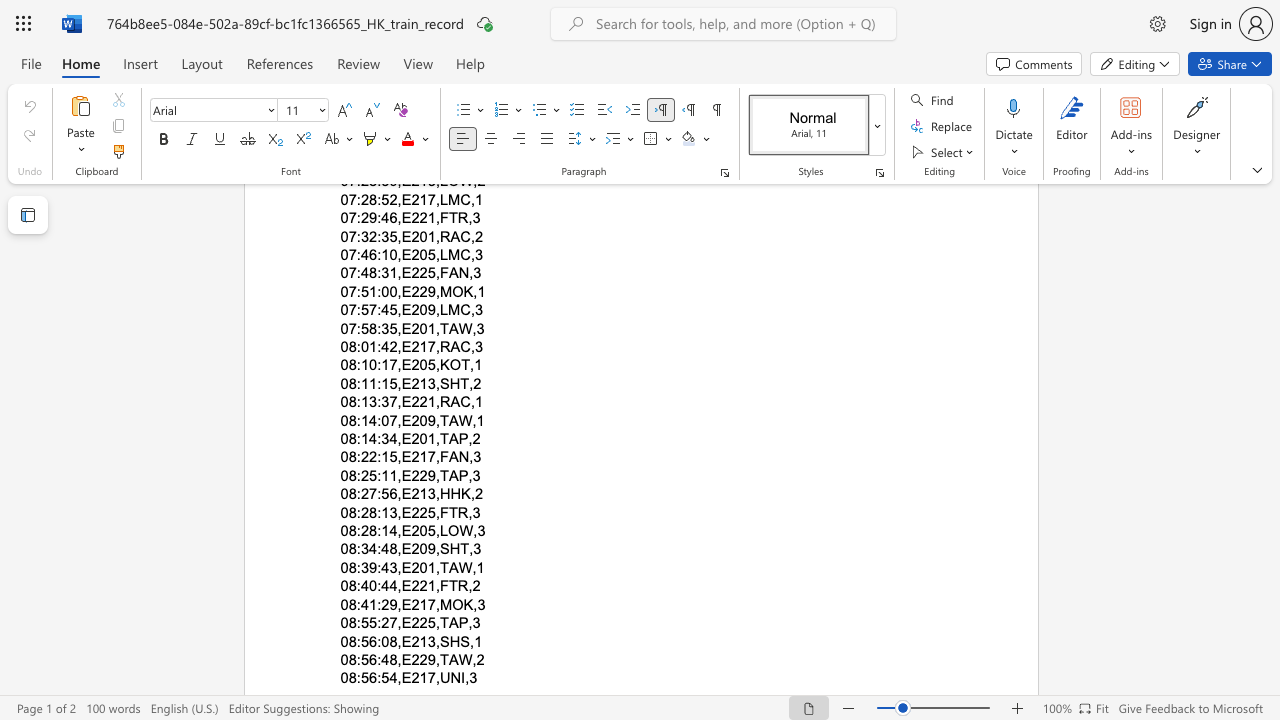  Describe the element at coordinates (397, 585) in the screenshot. I see `the subset text ",E" within the text "08:40:44,E221,FTR,2"` at that location.